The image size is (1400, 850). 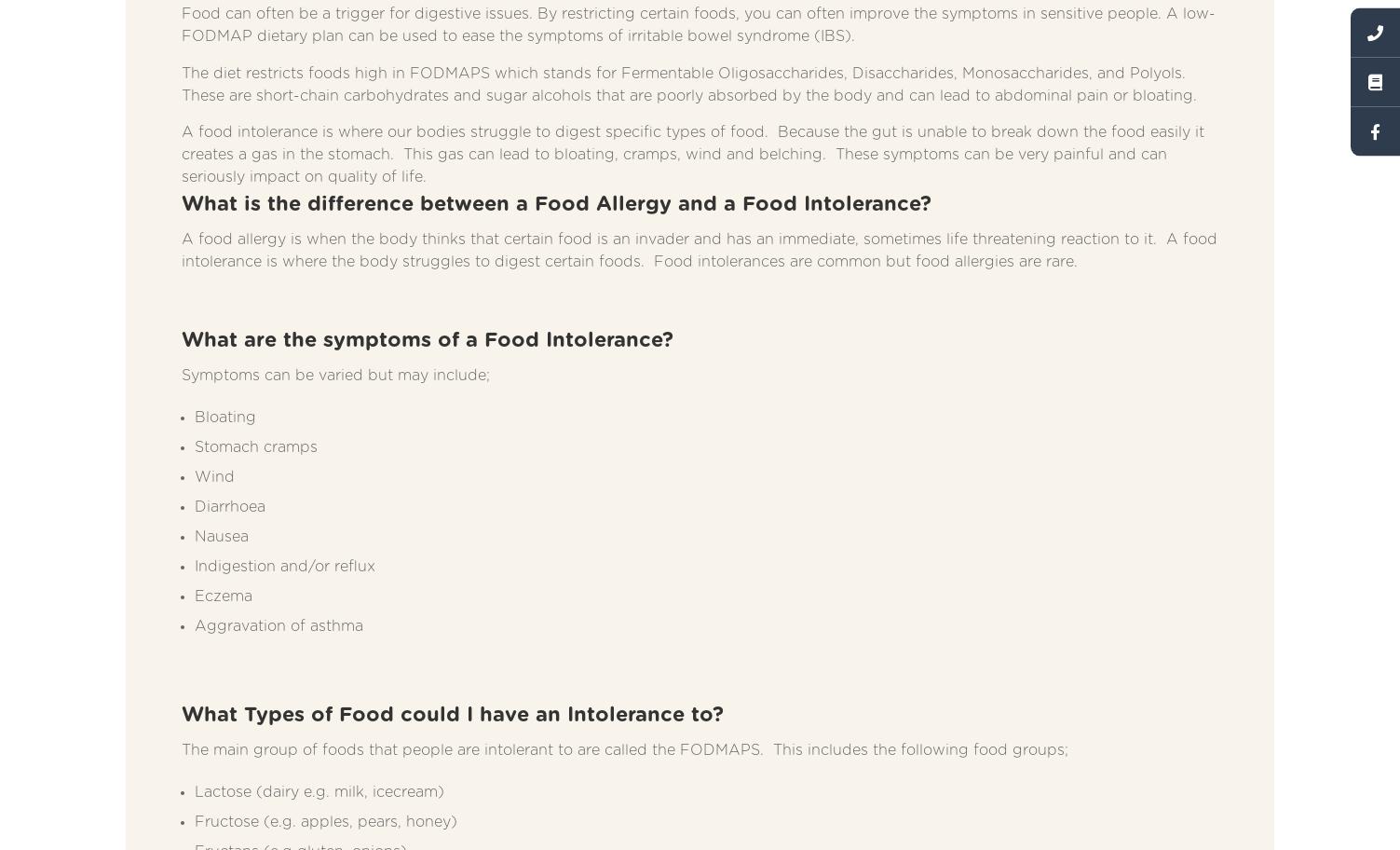 I want to click on 'Bloating', so click(x=224, y=415).